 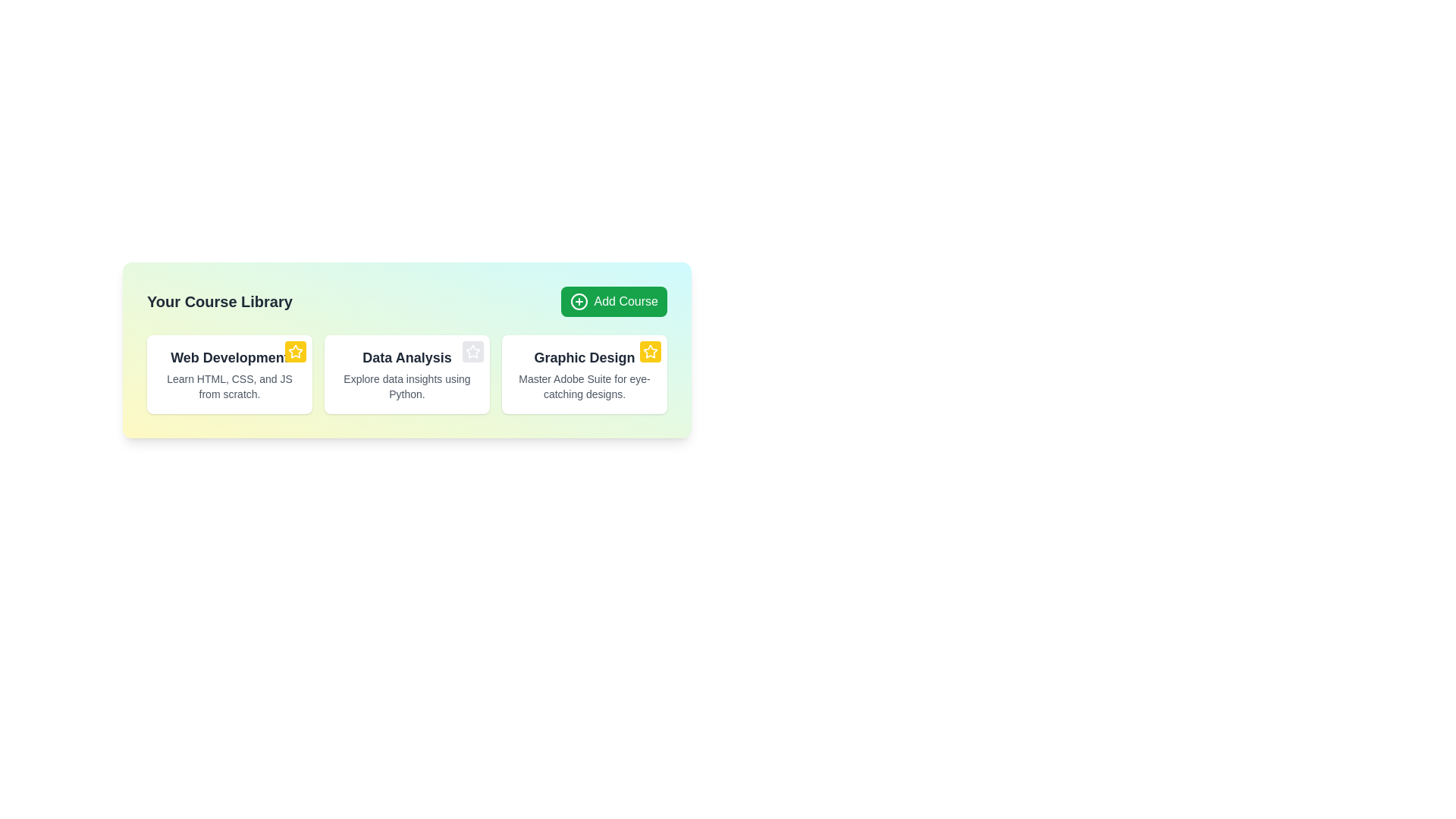 I want to click on the favorite button with a decorative icon located in the top-right corner of the 'Web Development' card to mark or unmark it as favorite, so click(x=295, y=351).